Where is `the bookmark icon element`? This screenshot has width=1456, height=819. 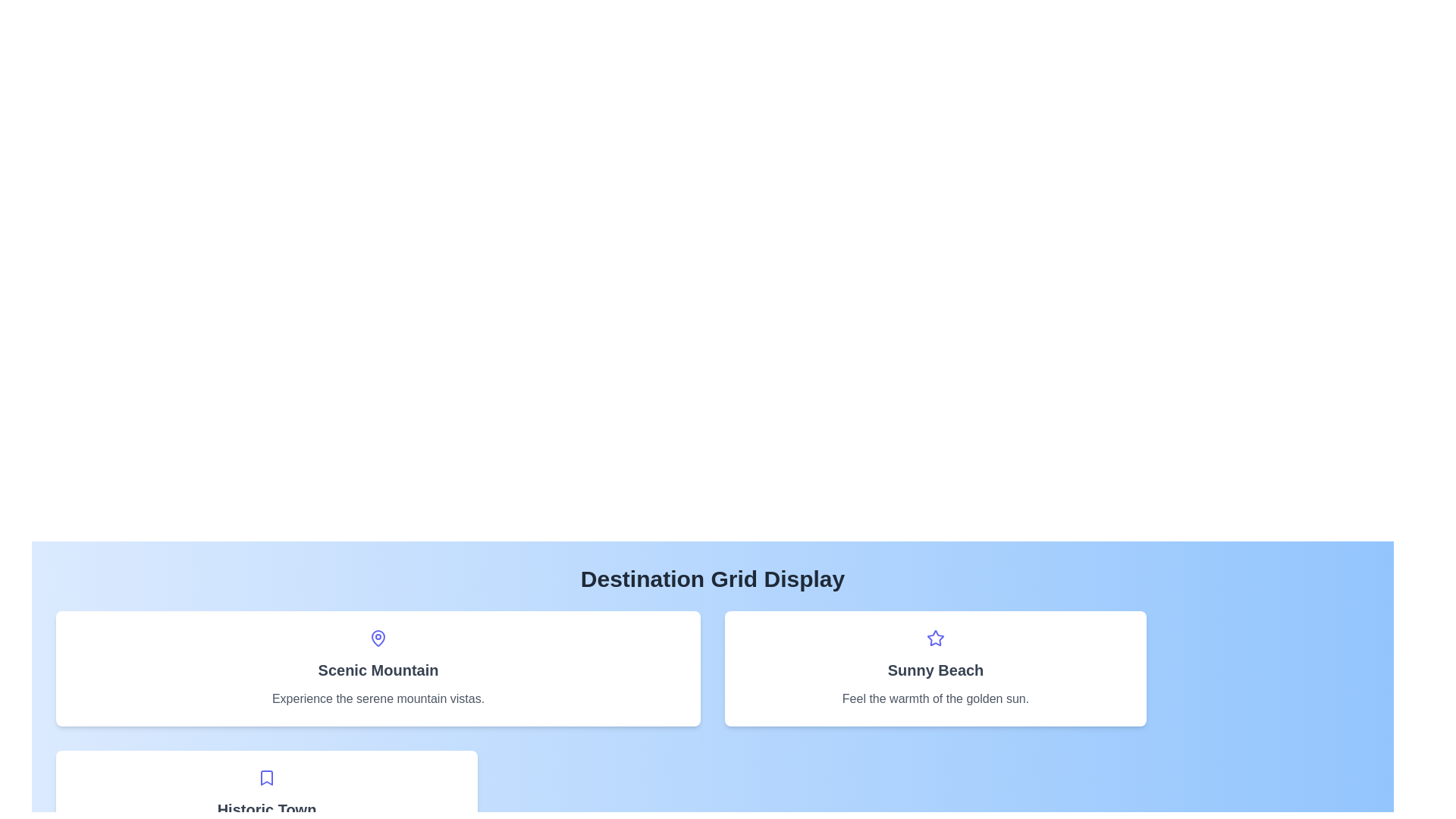 the bookmark icon element is located at coordinates (266, 778).